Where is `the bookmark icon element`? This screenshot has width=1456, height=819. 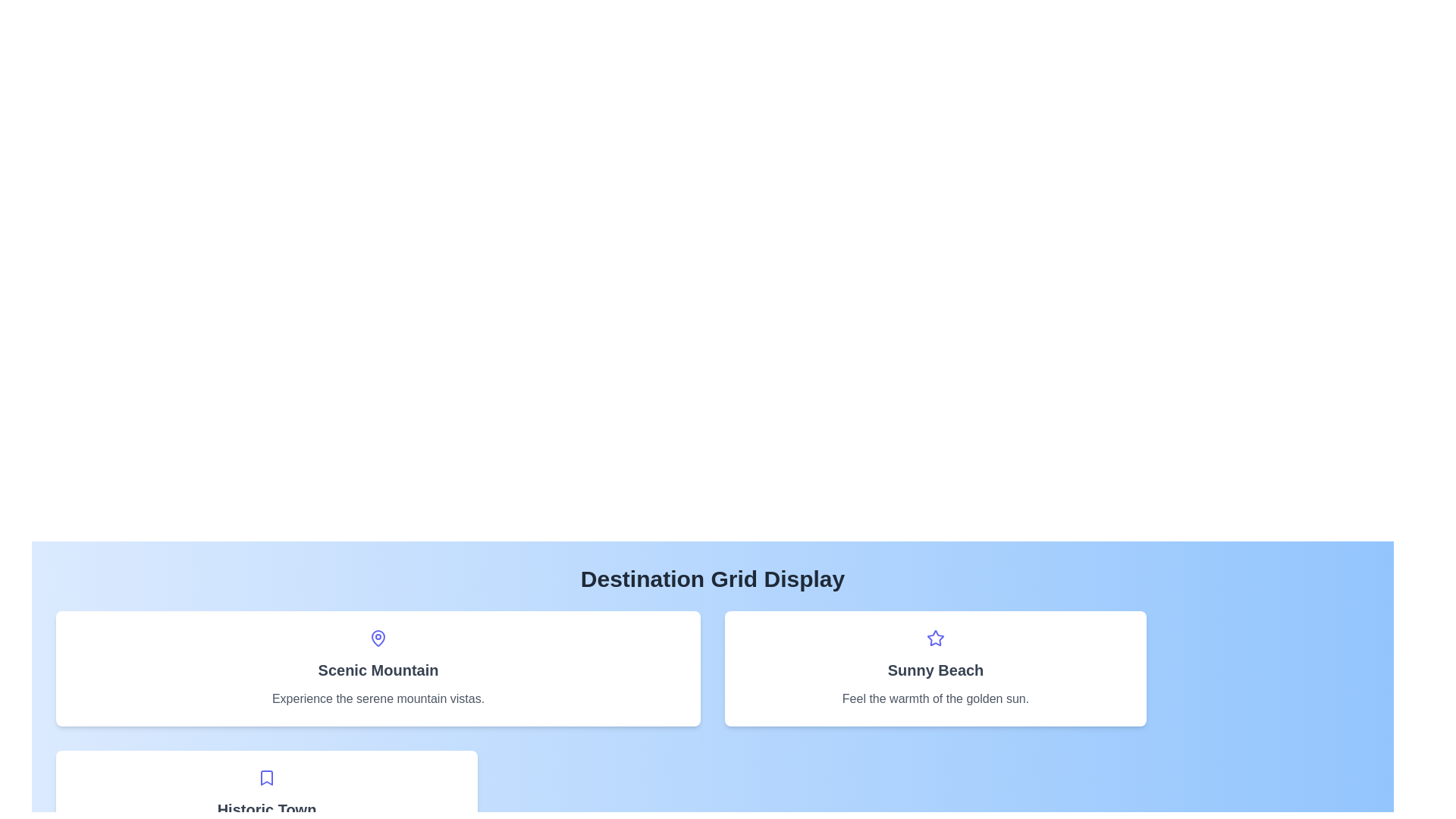 the bookmark icon element is located at coordinates (266, 778).